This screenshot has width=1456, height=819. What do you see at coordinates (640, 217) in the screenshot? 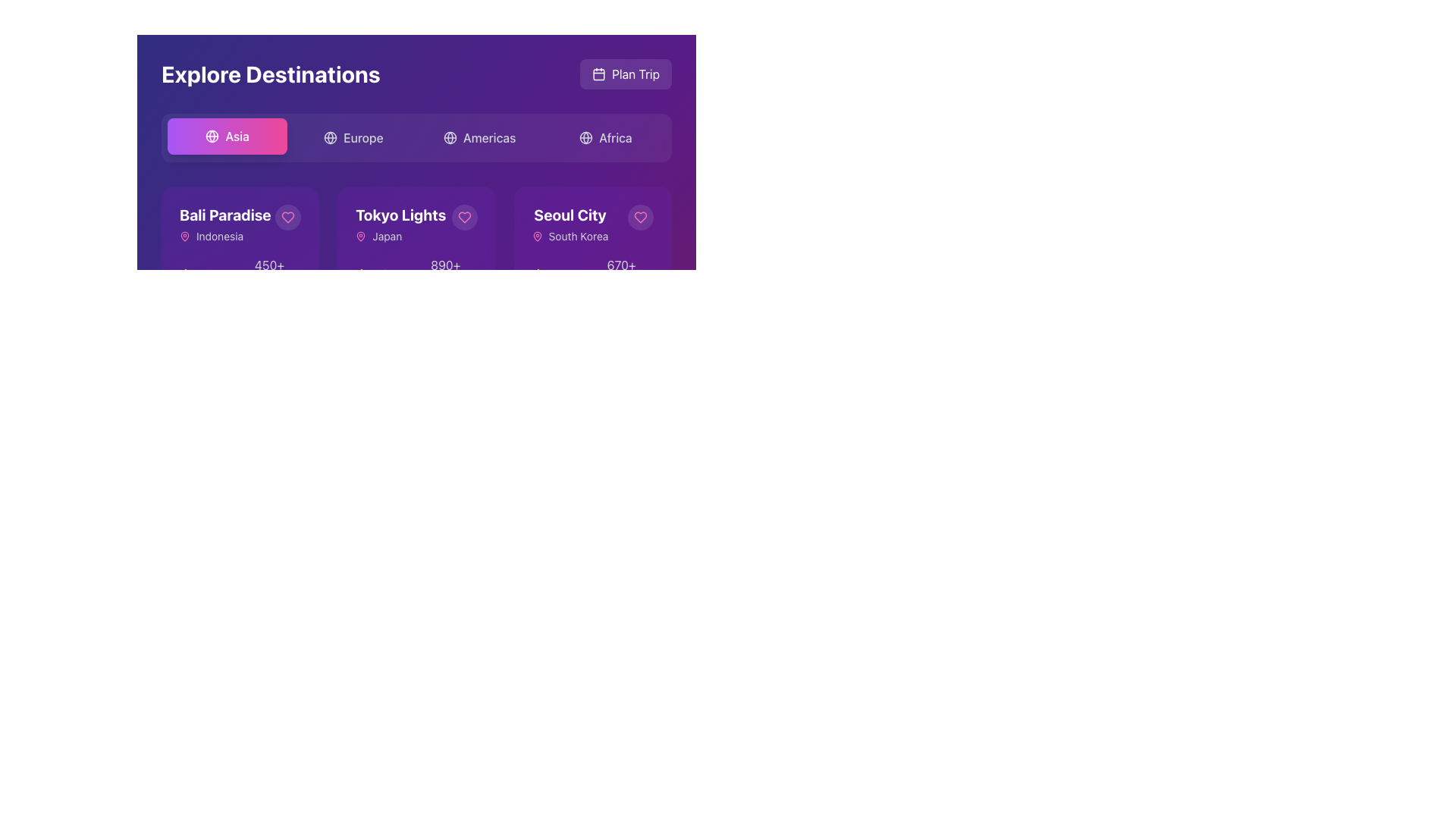
I see `the heart icon button located in the upper-right corner of the 'Seoul City' card to mark it as a favorite` at bounding box center [640, 217].